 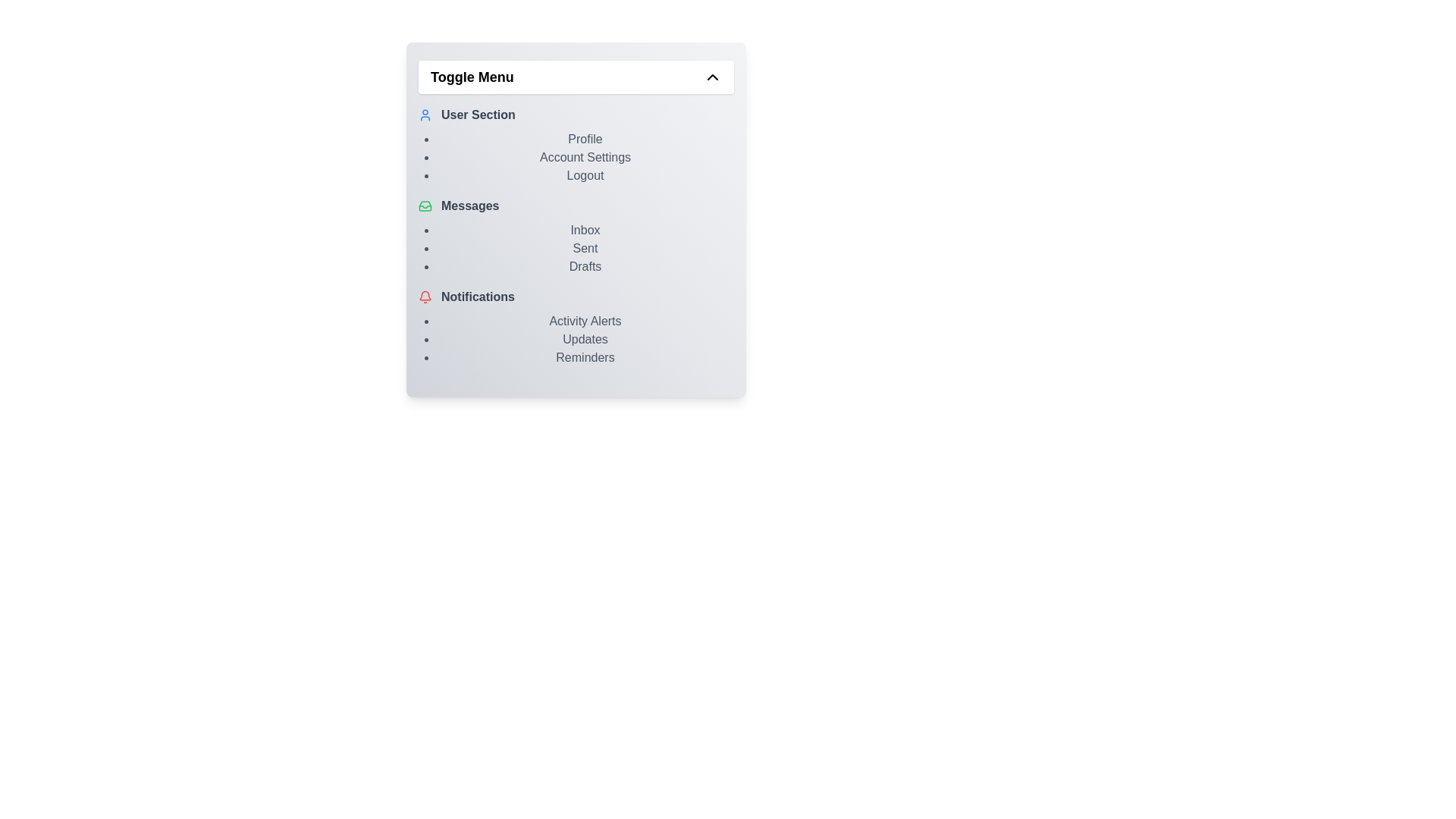 I want to click on the element labeled 'User Section' to observe its hover effect, so click(x=575, y=114).